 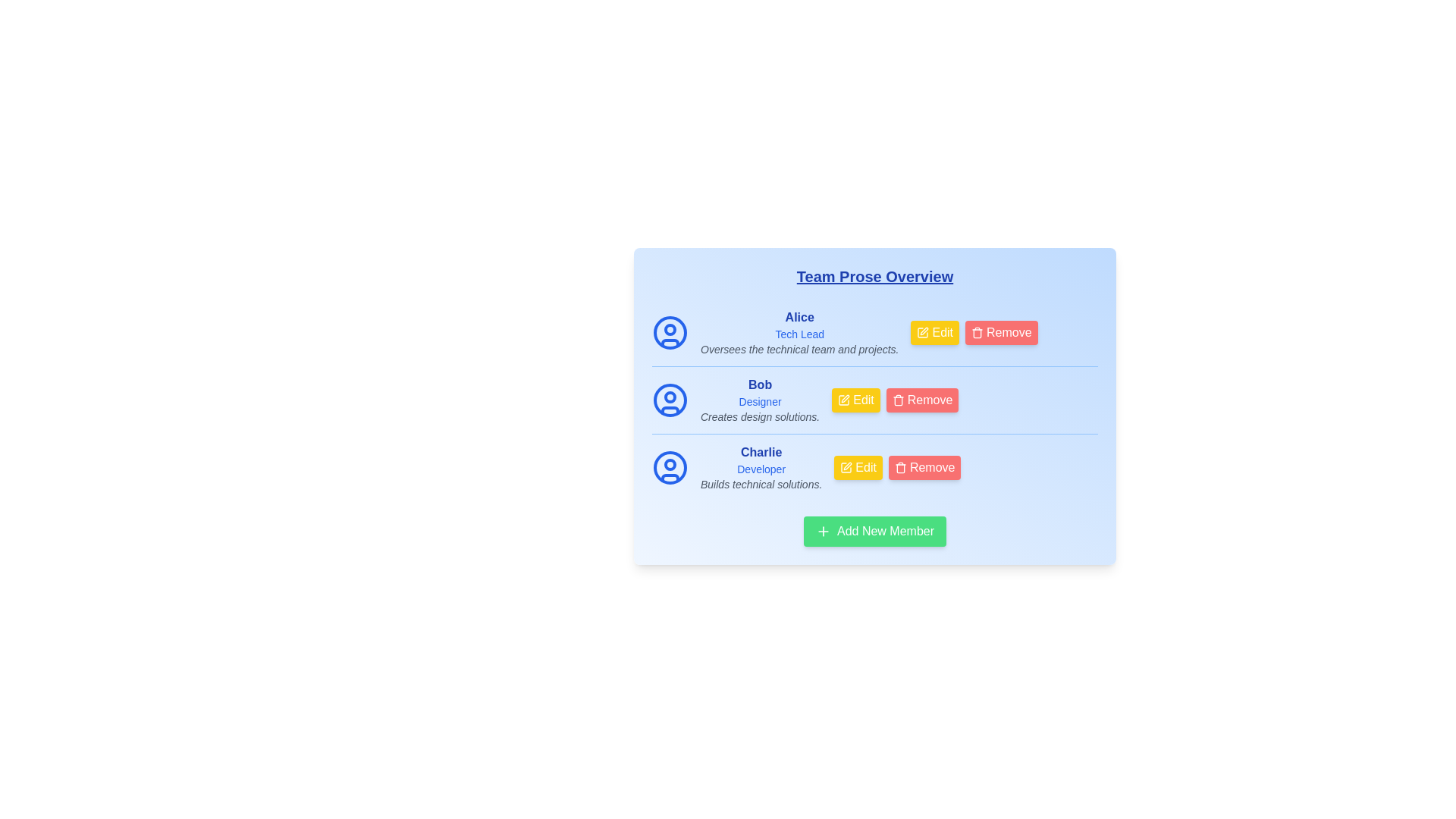 I want to click on the yellow 'Edit' button with rounded corners and a pen icon, located at the right side of the row for 'Alice' in the team members list, so click(x=934, y=332).